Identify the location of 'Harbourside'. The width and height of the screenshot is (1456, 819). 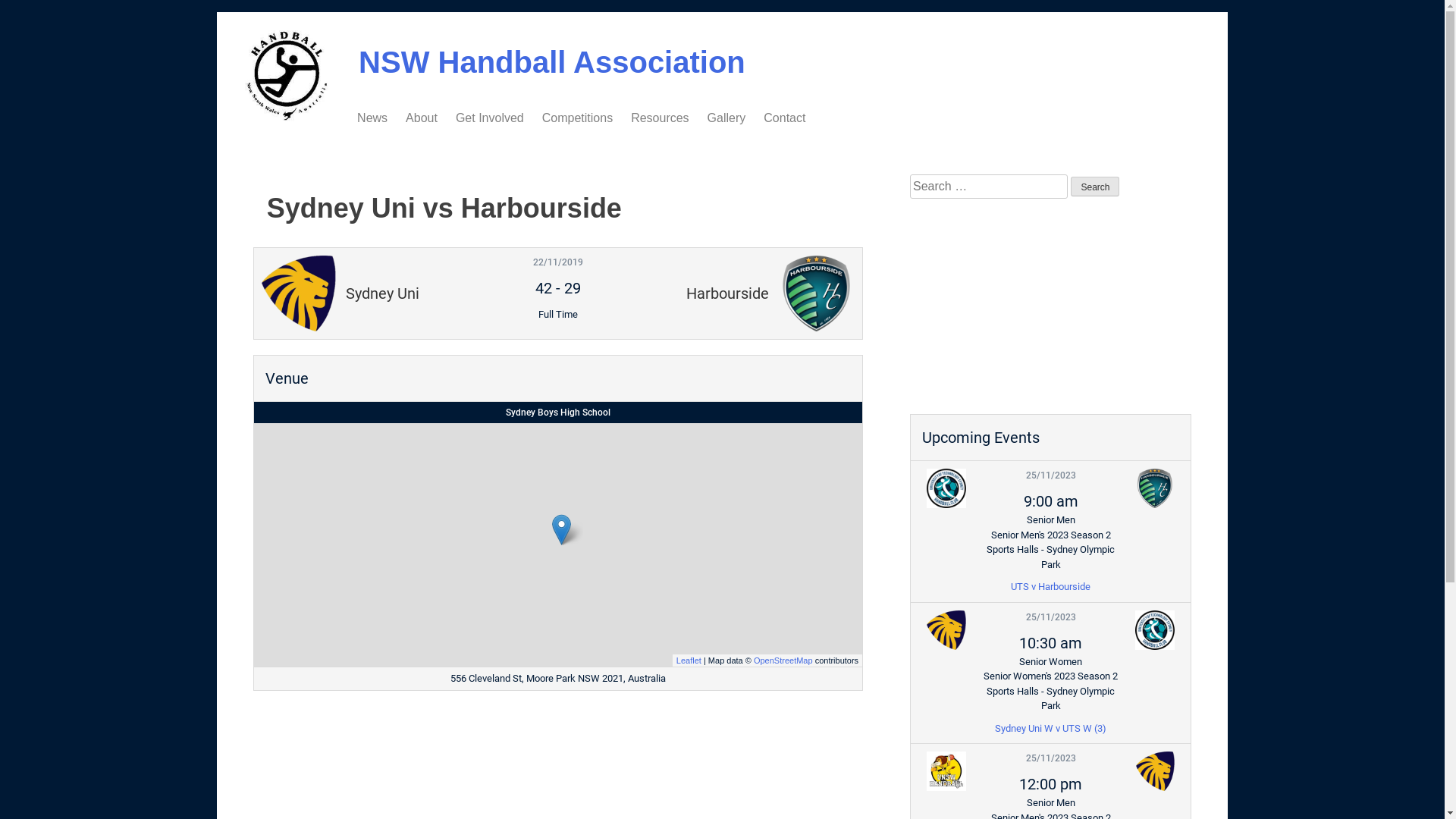
(1153, 488).